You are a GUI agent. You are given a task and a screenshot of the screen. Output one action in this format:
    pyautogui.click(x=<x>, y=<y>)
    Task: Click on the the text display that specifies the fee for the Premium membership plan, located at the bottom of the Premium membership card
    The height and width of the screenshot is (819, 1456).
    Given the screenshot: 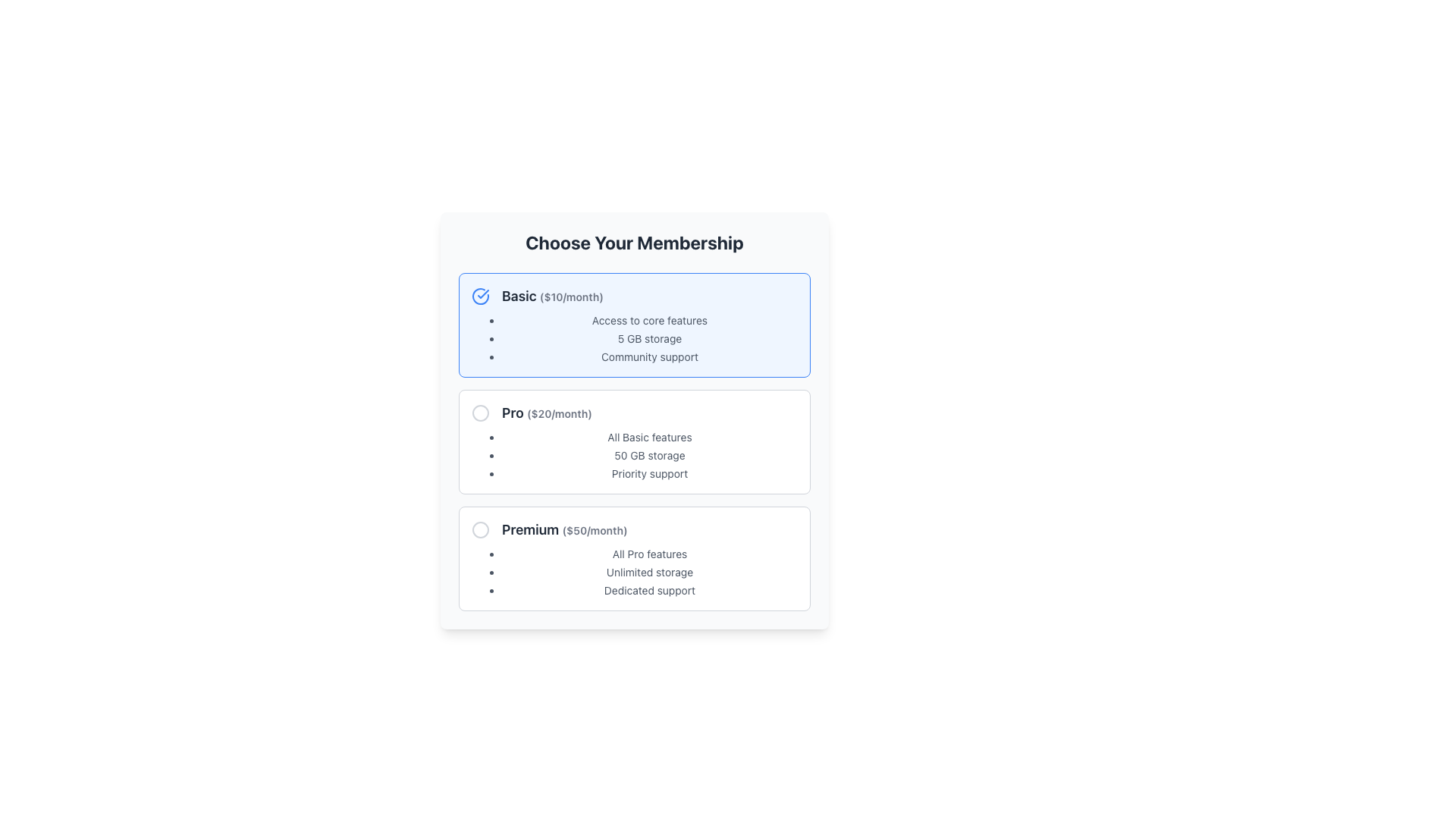 What is the action you would take?
    pyautogui.click(x=594, y=529)
    